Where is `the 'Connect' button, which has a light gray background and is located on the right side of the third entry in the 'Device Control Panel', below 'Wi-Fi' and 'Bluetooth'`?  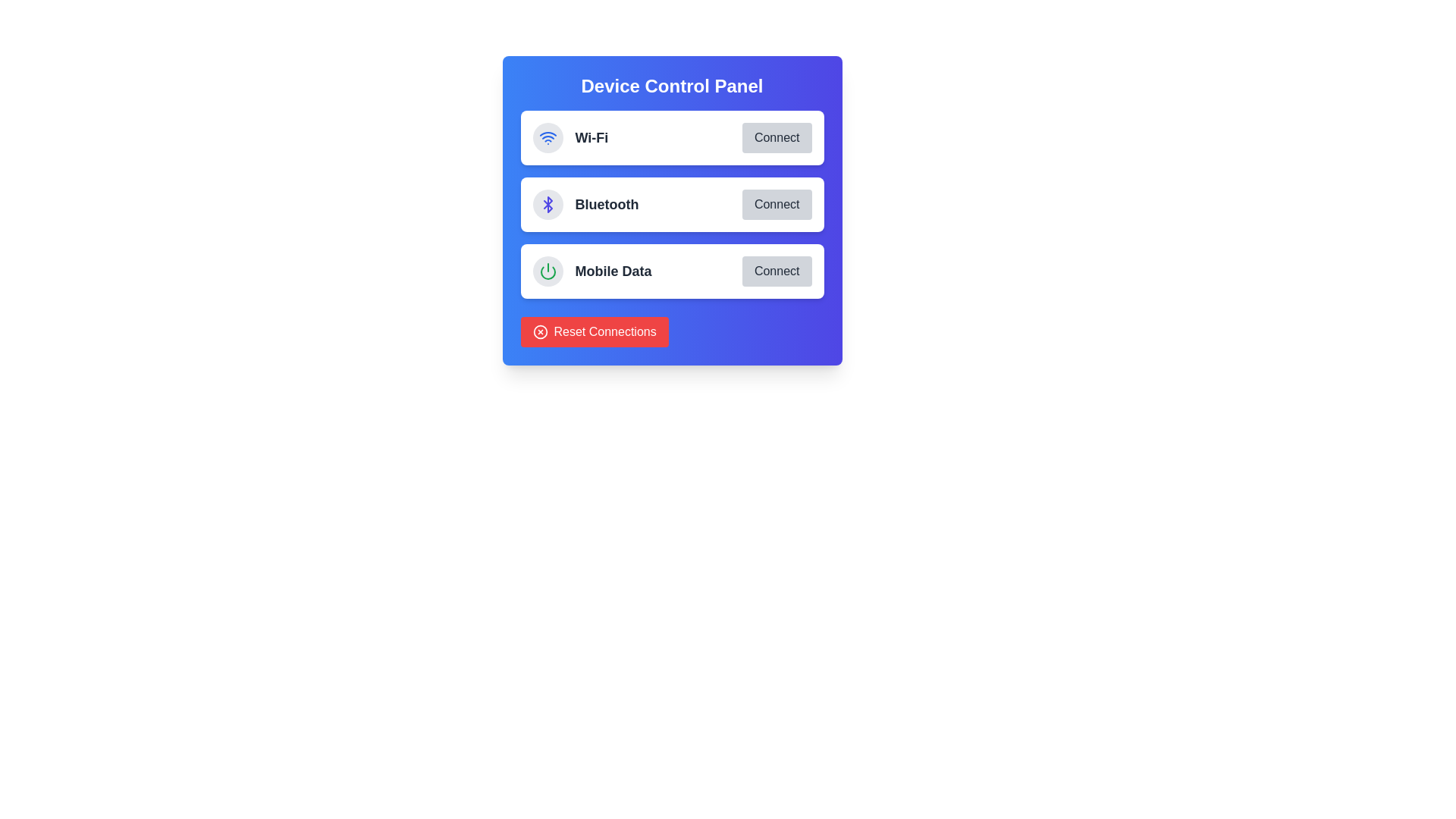
the 'Connect' button, which has a light gray background and is located on the right side of the third entry in the 'Device Control Panel', below 'Wi-Fi' and 'Bluetooth' is located at coordinates (777, 271).